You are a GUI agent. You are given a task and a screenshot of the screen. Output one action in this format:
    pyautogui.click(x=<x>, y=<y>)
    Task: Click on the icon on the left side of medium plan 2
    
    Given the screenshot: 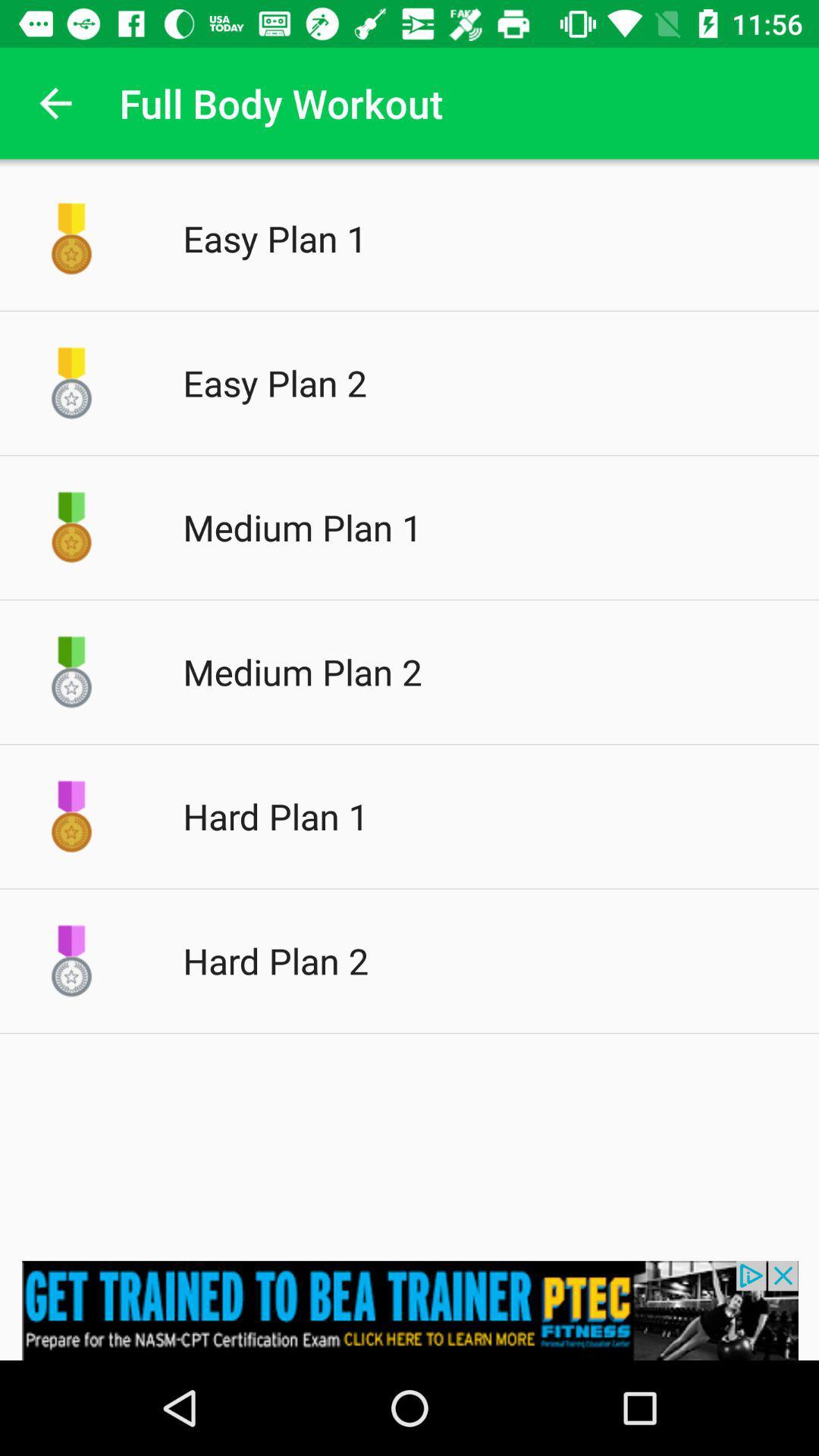 What is the action you would take?
    pyautogui.click(x=71, y=671)
    